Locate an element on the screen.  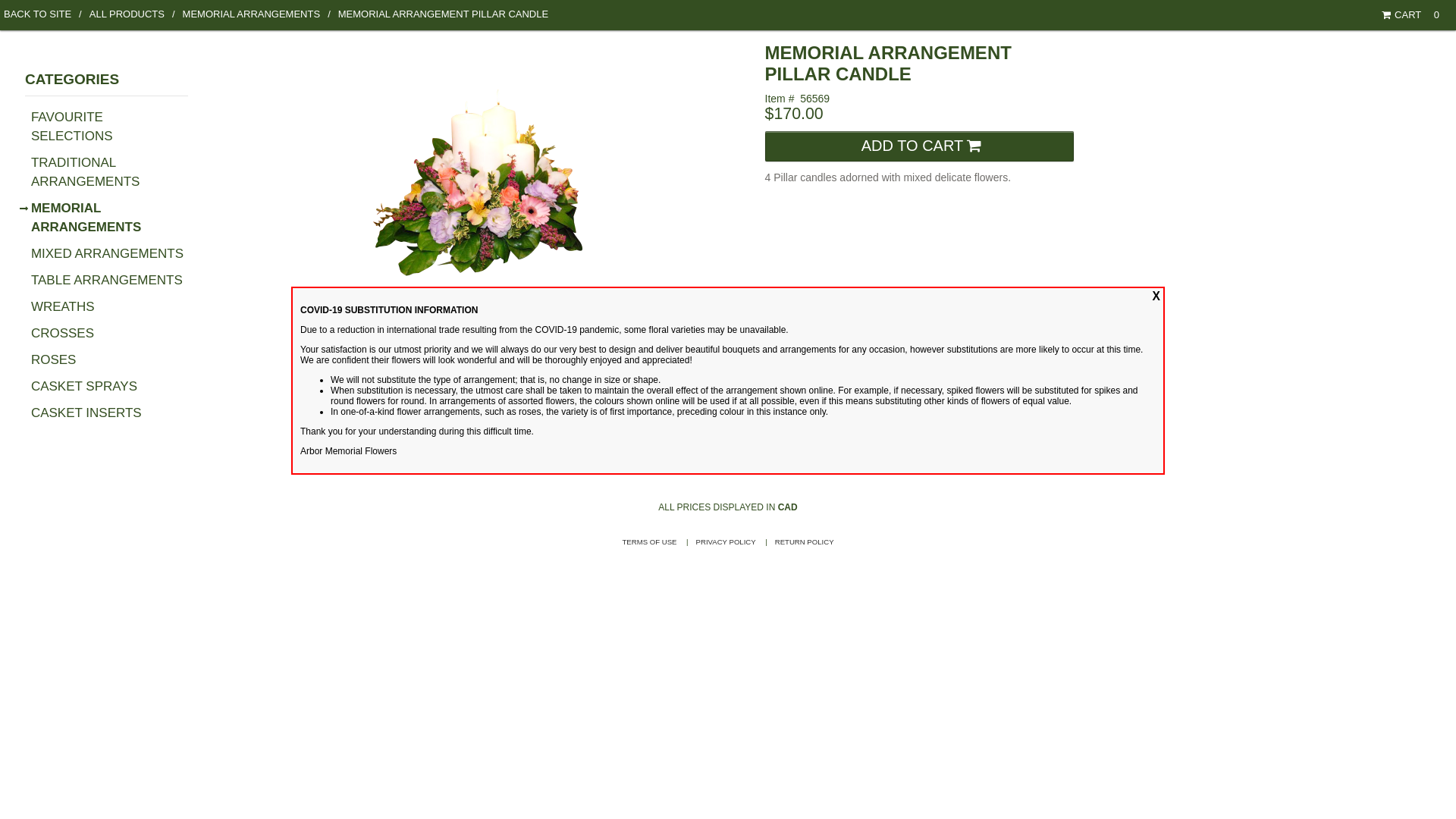
'MIXED ARRANGEMENTS' is located at coordinates (106, 253).